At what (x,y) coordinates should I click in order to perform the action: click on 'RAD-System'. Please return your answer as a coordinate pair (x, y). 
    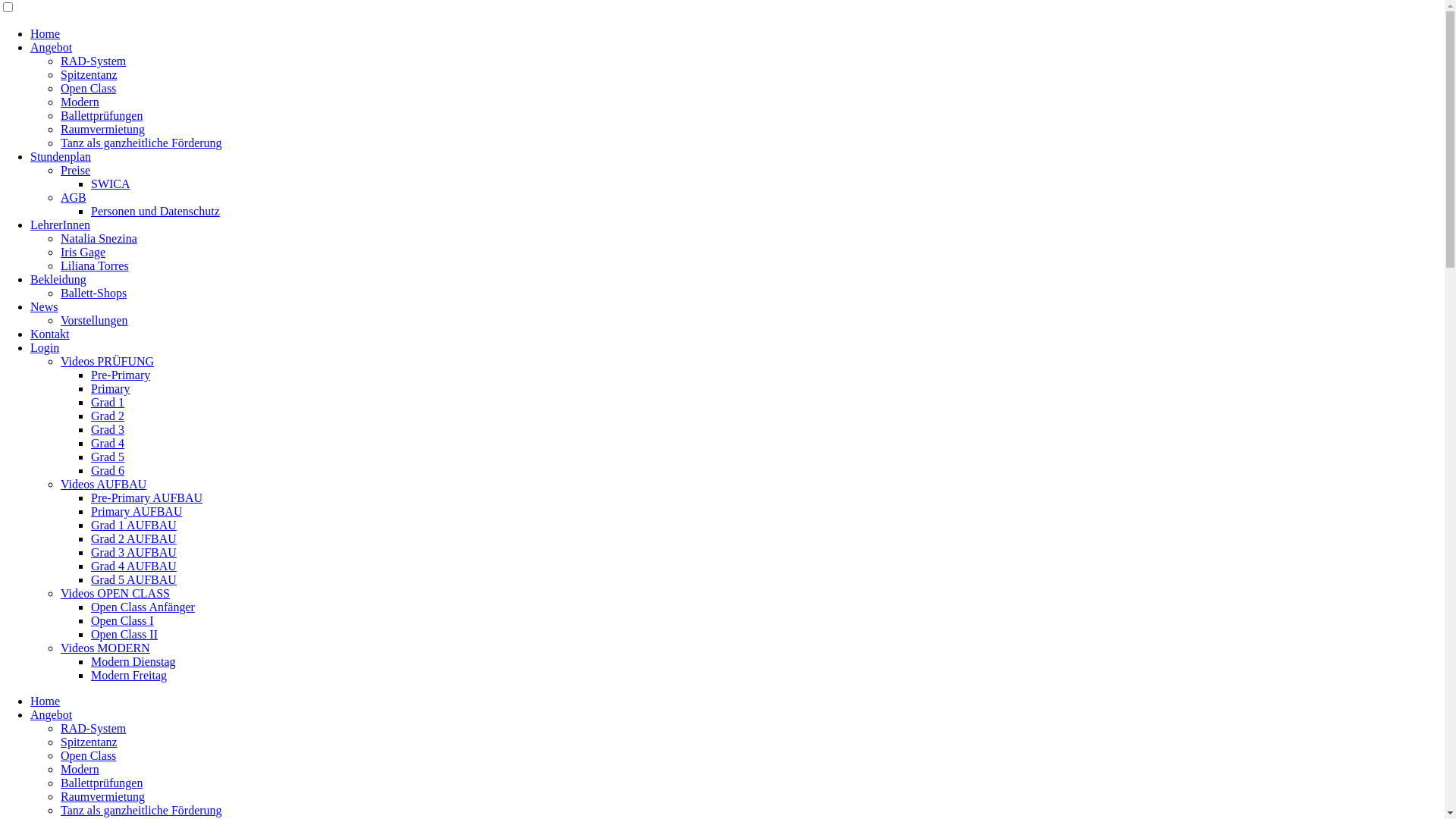
    Looking at the image, I should click on (93, 727).